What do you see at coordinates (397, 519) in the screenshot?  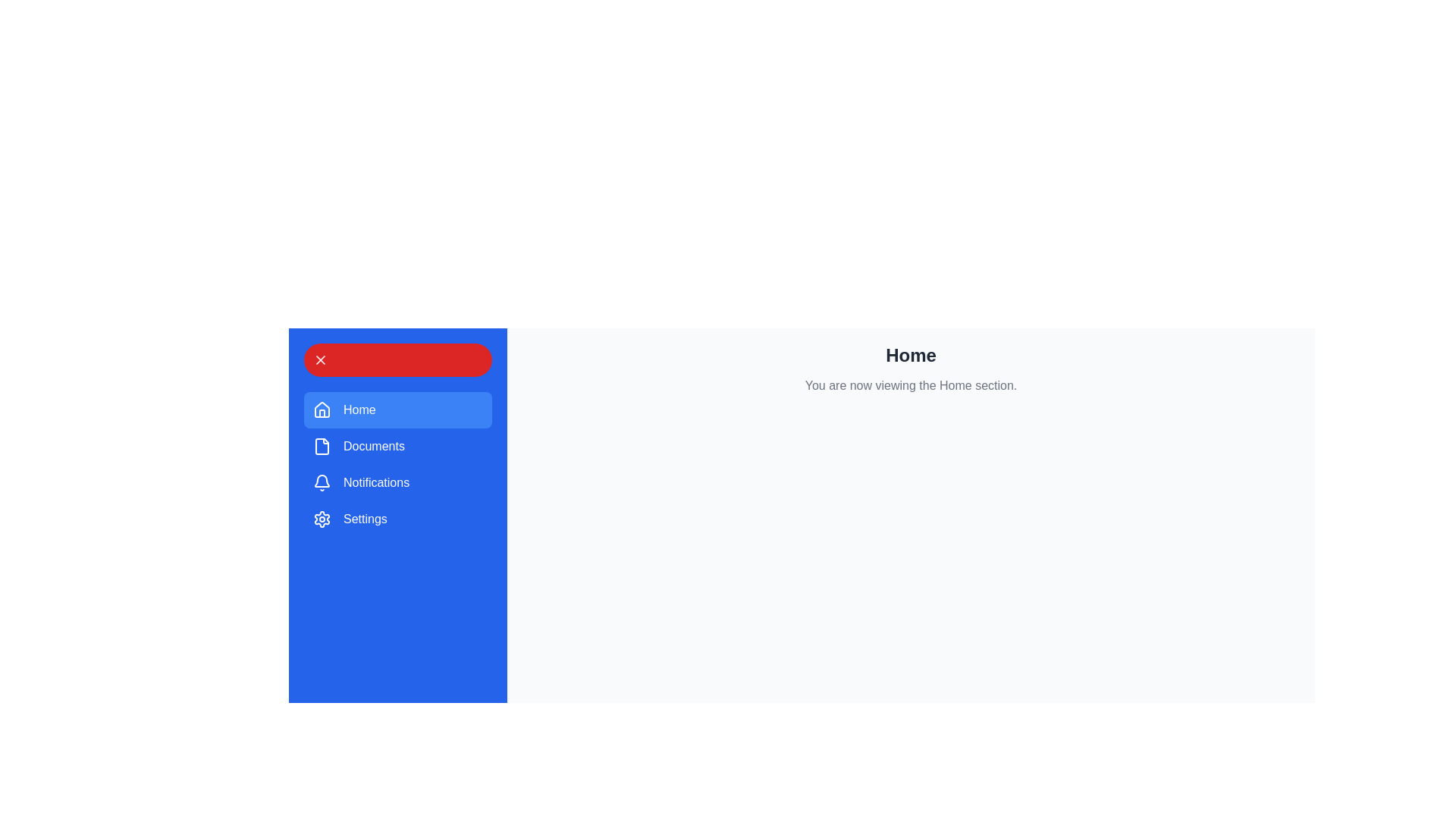 I see `the menu item Settings to observe its visual feedback` at bounding box center [397, 519].